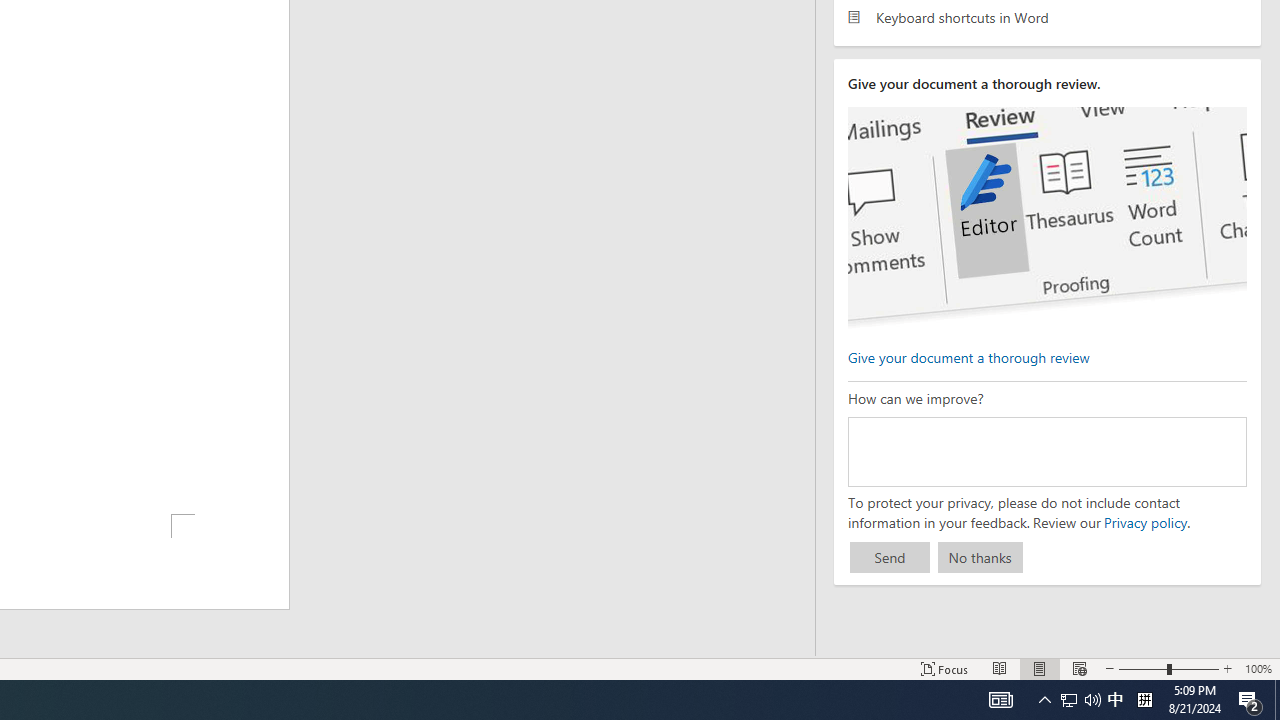  I want to click on 'Print Layout', so click(1040, 669).